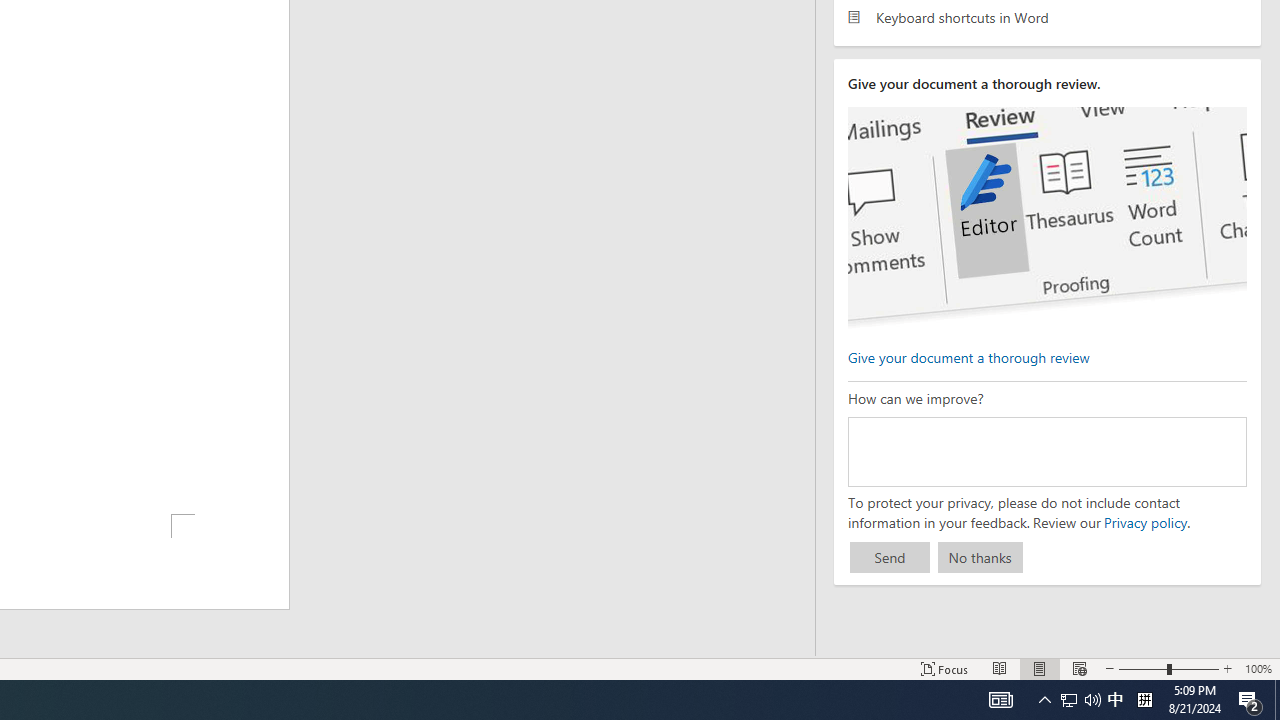  I want to click on 'Print Layout', so click(1040, 669).